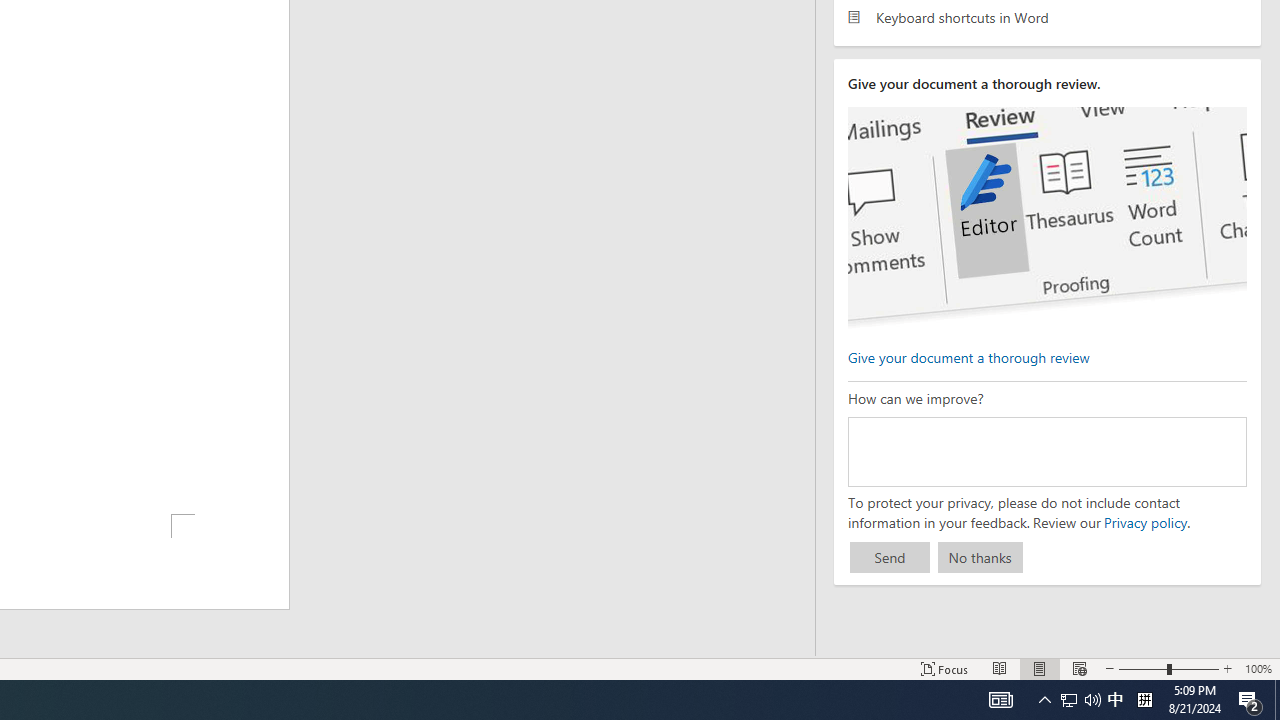  I want to click on 'Print Layout', so click(1040, 669).